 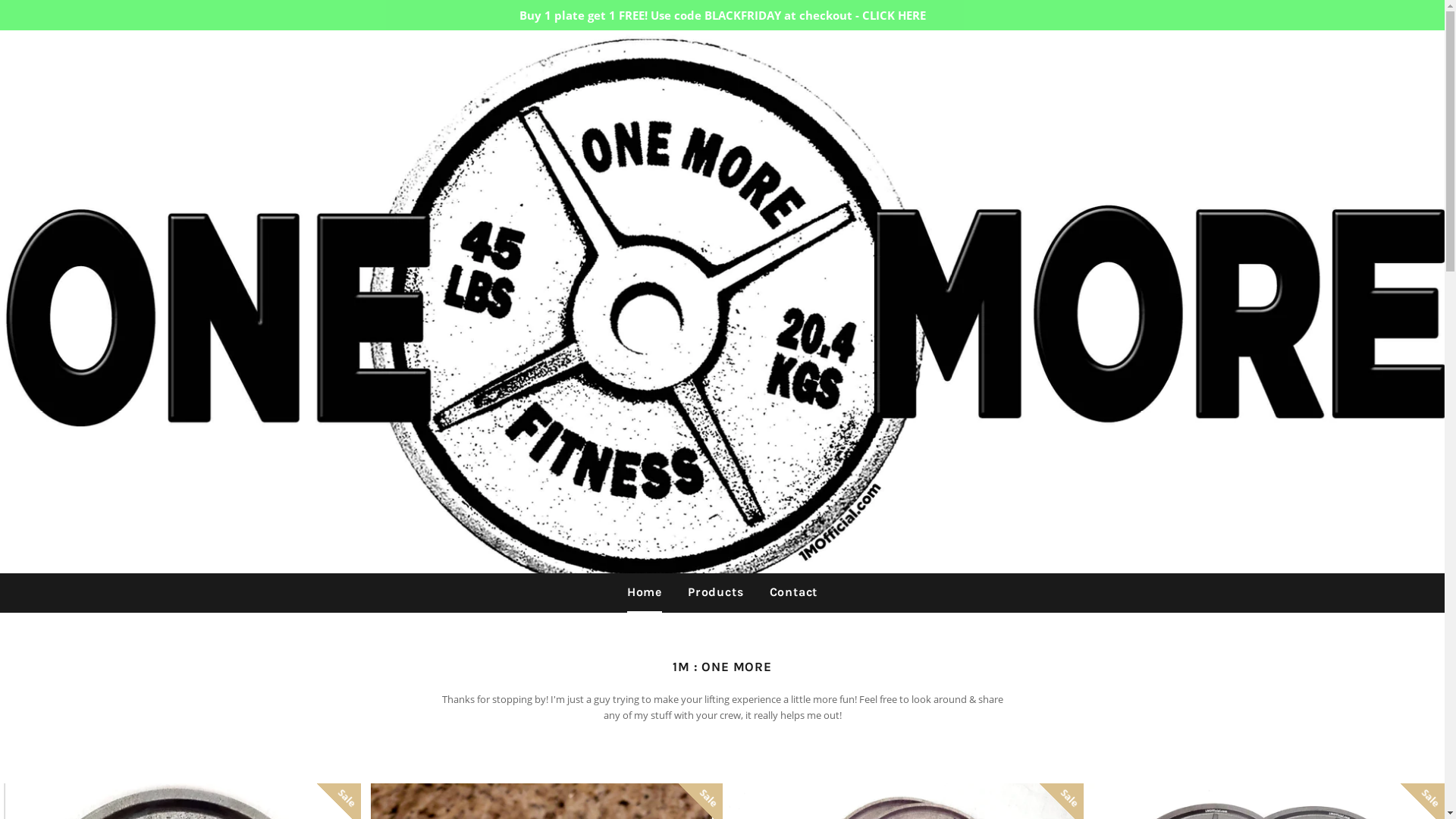 I want to click on 'Cart', so click(x=1419, y=54).